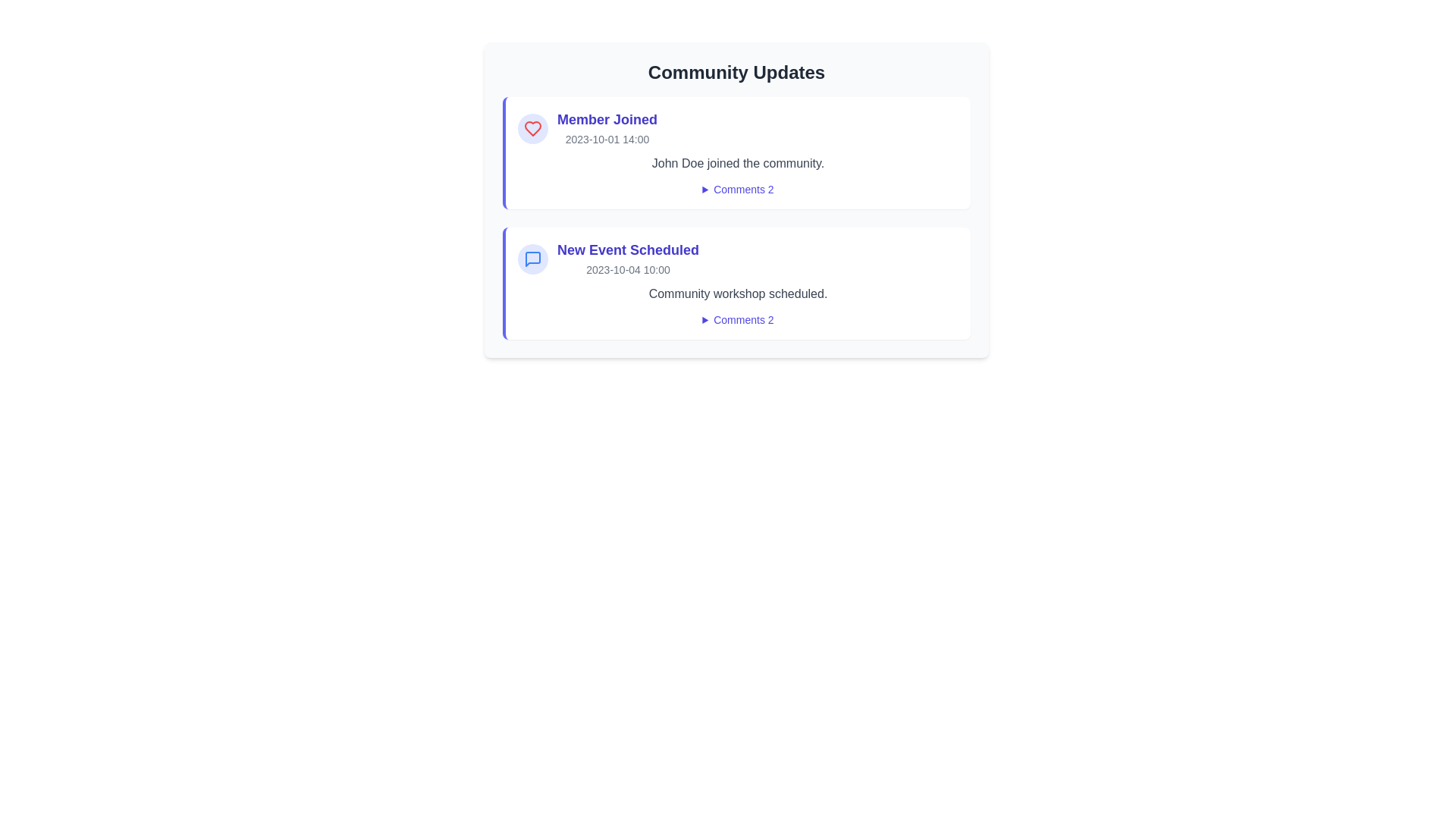 The height and width of the screenshot is (819, 1456). Describe the element at coordinates (738, 189) in the screenshot. I see `the clickable link 'Comments 2' styled in gray and blue, located under 'John Doe joined the community' in the 'Member Joined' panel` at that location.